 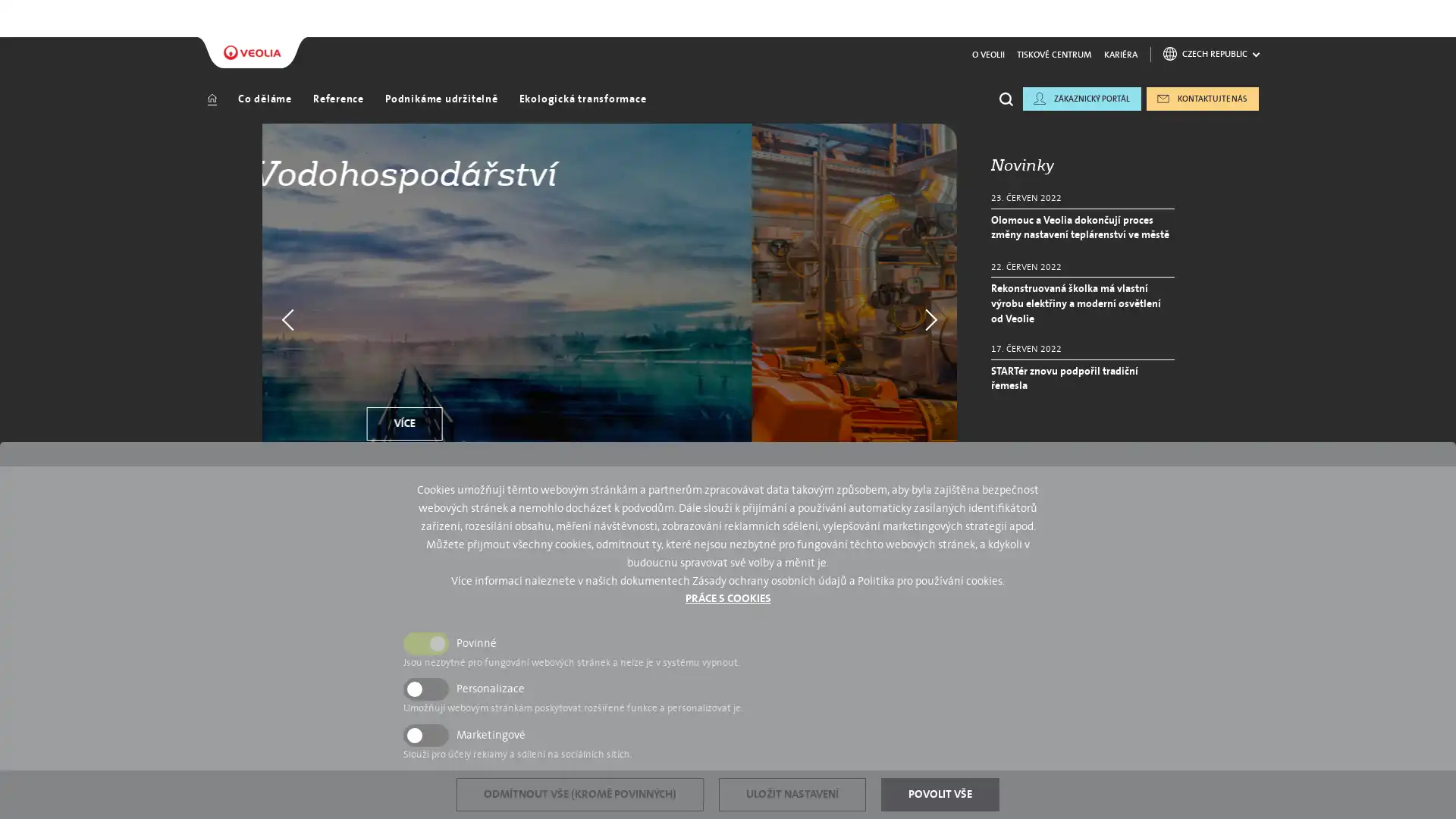 I want to click on Next, so click(x=934, y=284).